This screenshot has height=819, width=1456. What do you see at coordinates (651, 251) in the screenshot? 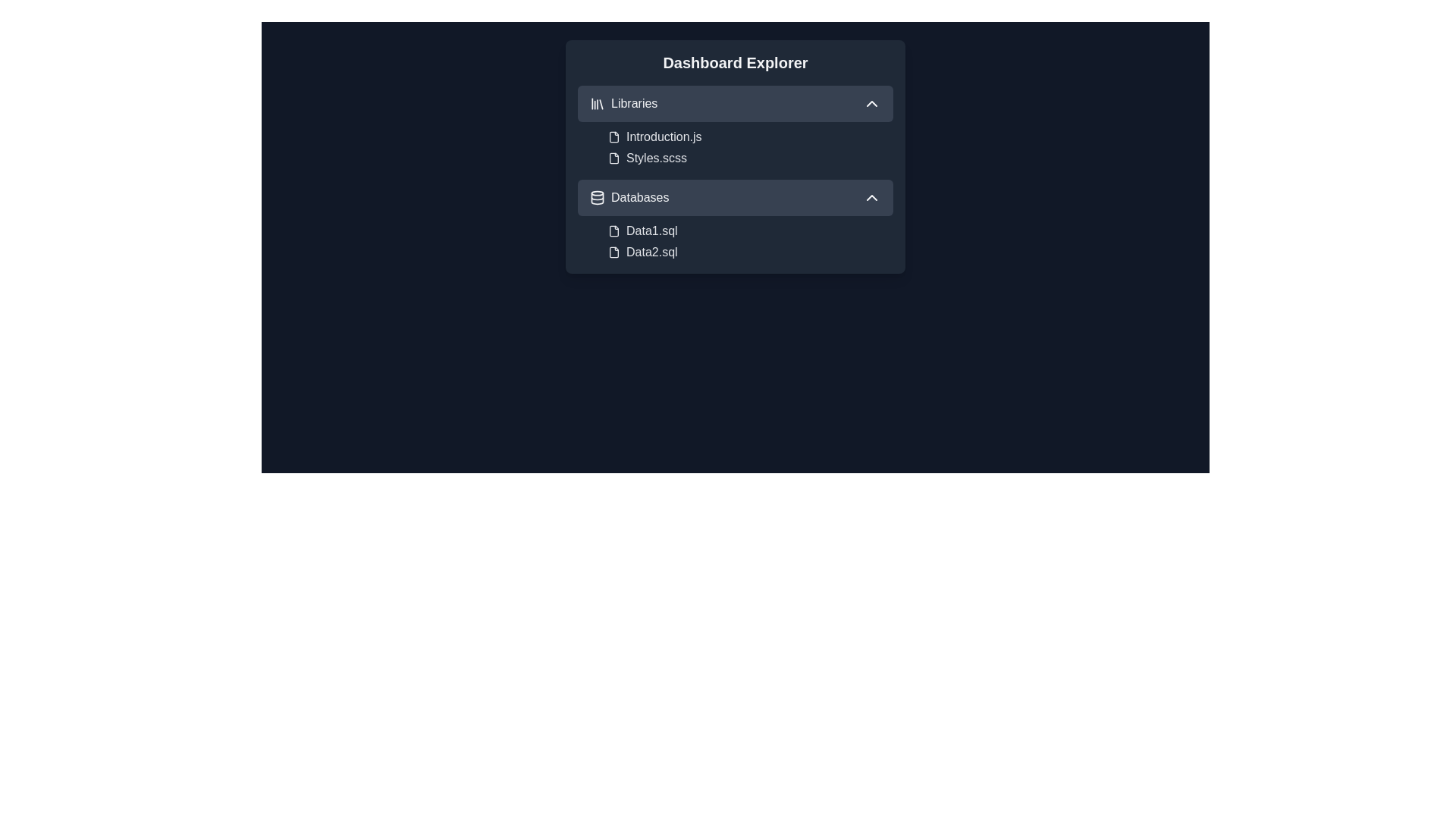
I see `the text label for the database file named 'Data2.sql' located within the 'Databases' section of the 'Dashboard Explorer' interface` at bounding box center [651, 251].